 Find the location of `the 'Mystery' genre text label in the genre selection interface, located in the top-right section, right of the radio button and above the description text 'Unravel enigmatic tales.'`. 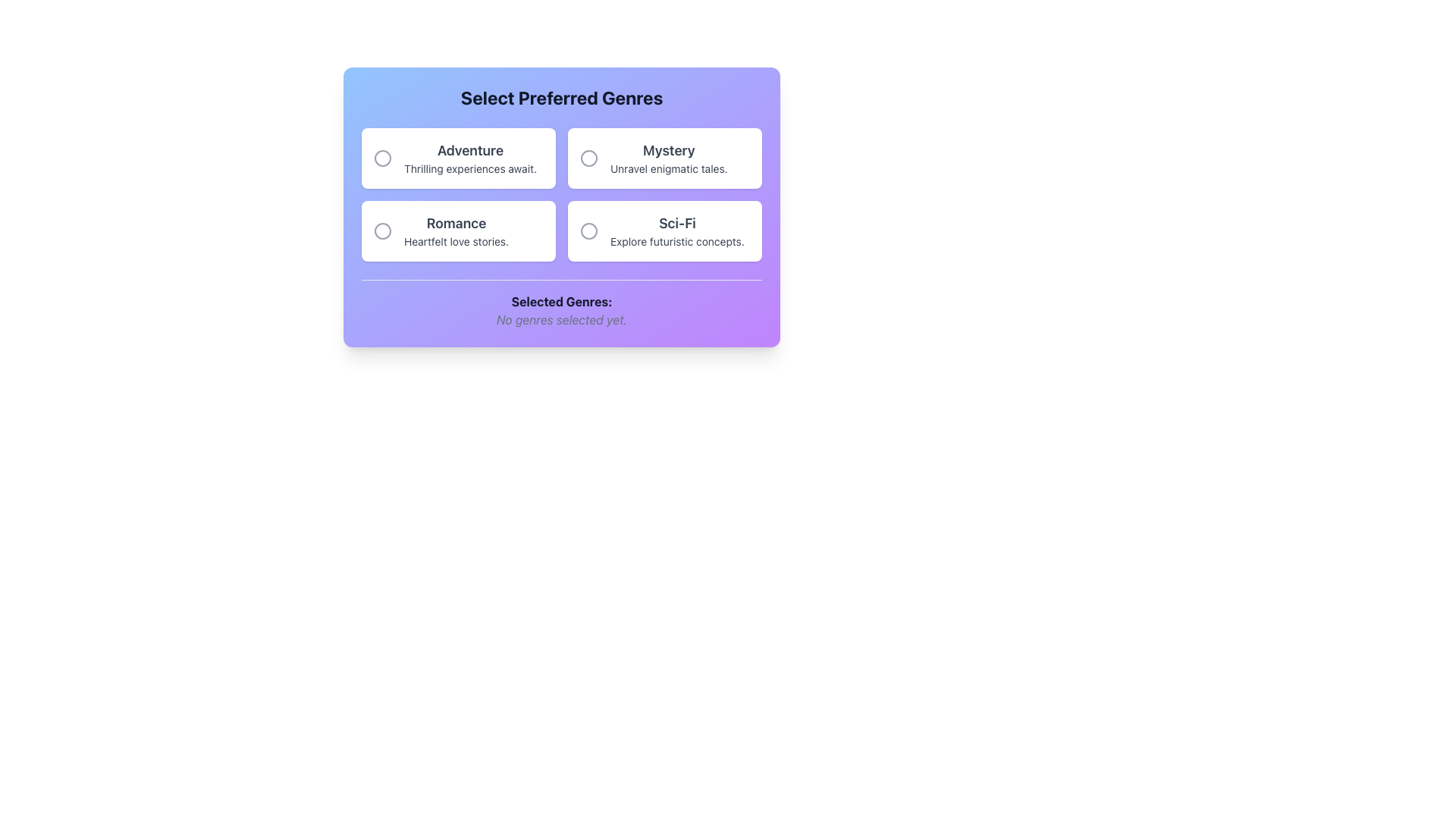

the 'Mystery' genre text label in the genre selection interface, located in the top-right section, right of the radio button and above the description text 'Unravel enigmatic tales.' is located at coordinates (668, 151).